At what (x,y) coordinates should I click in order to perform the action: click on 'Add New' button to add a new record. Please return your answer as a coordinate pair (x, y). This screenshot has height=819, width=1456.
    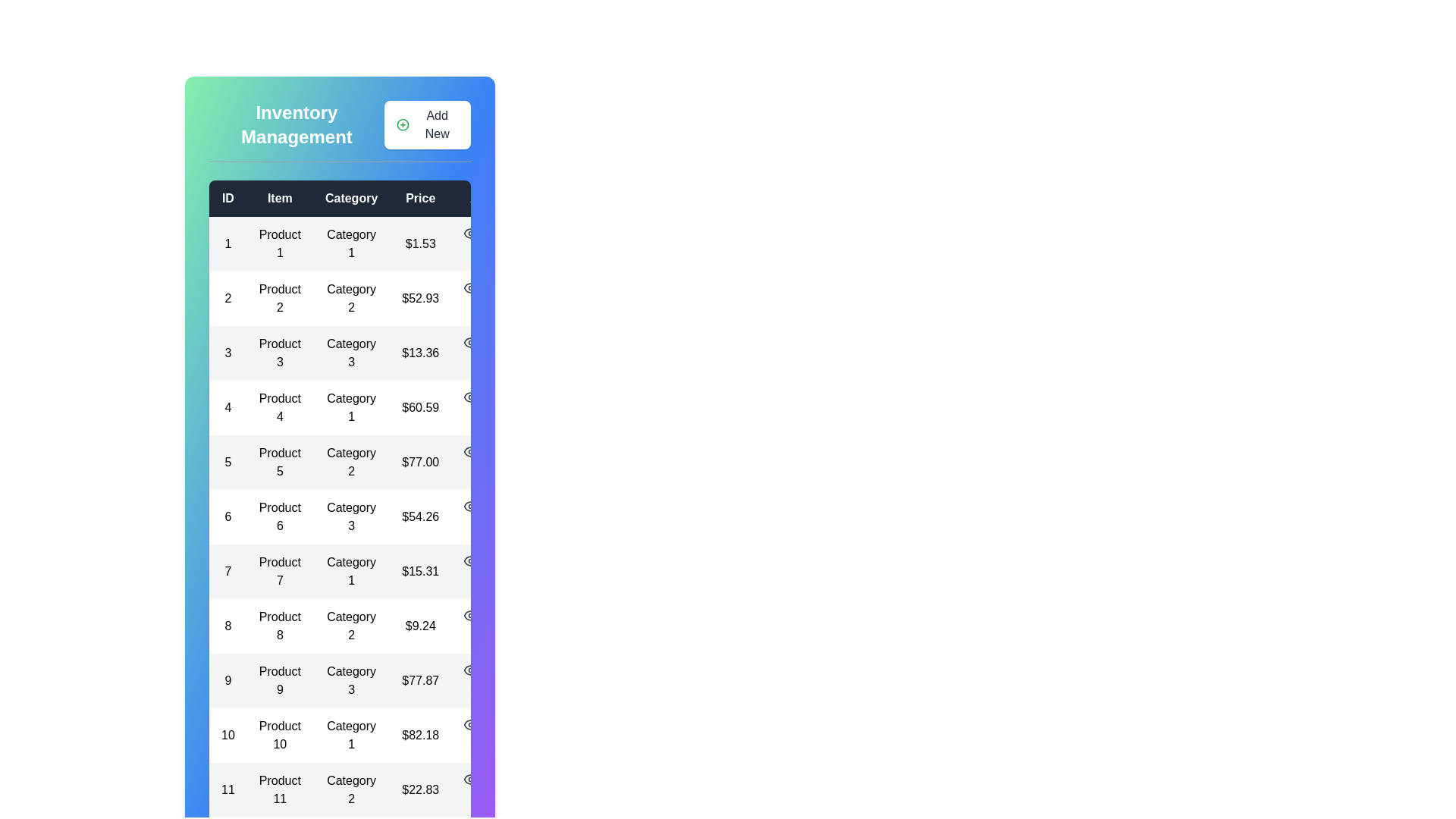
    Looking at the image, I should click on (426, 124).